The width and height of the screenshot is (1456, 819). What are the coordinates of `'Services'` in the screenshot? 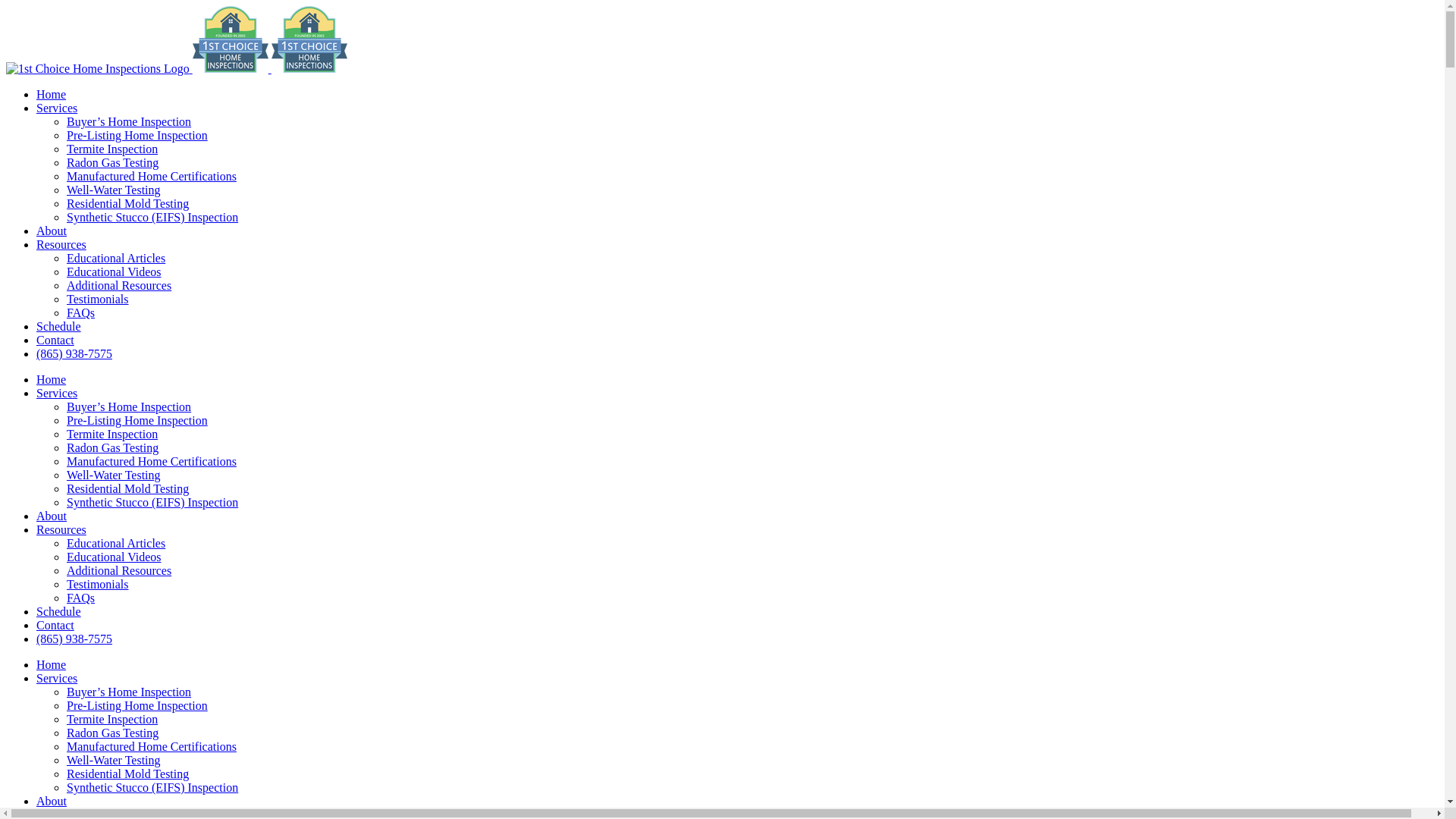 It's located at (57, 392).